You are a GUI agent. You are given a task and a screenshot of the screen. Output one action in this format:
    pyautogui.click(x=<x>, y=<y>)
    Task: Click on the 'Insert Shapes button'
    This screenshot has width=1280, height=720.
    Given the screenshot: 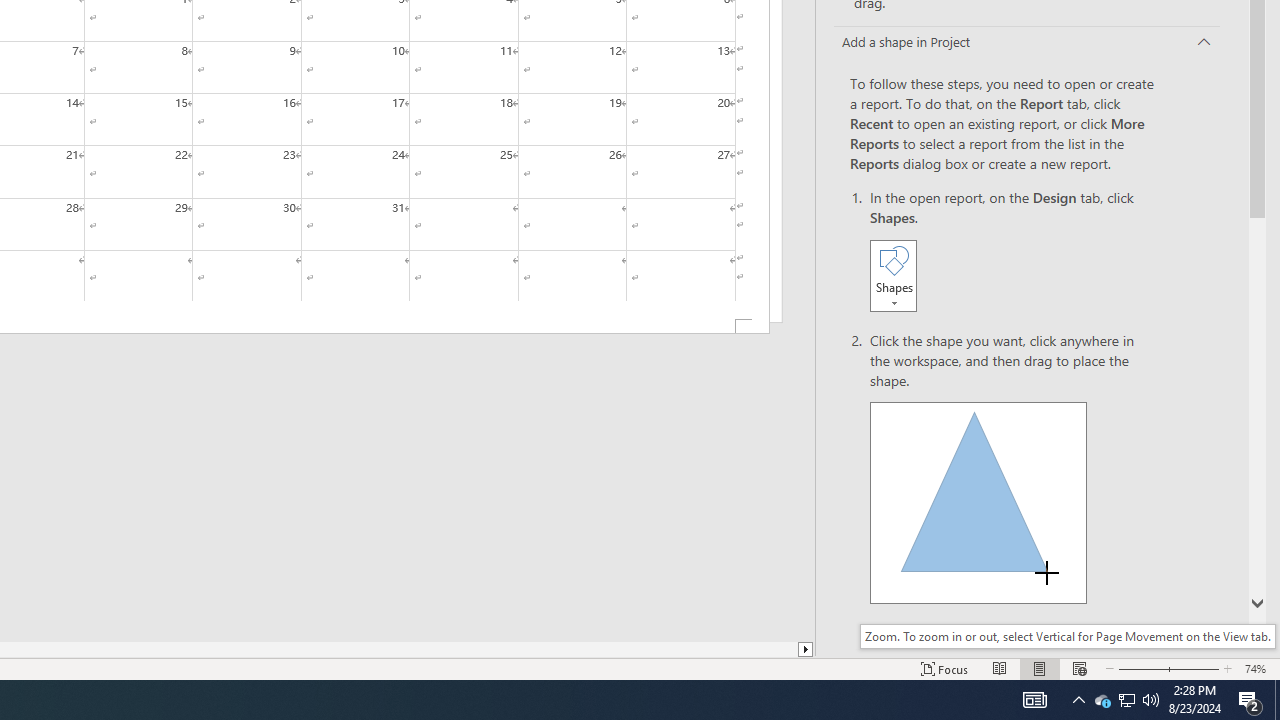 What is the action you would take?
    pyautogui.click(x=892, y=275)
    